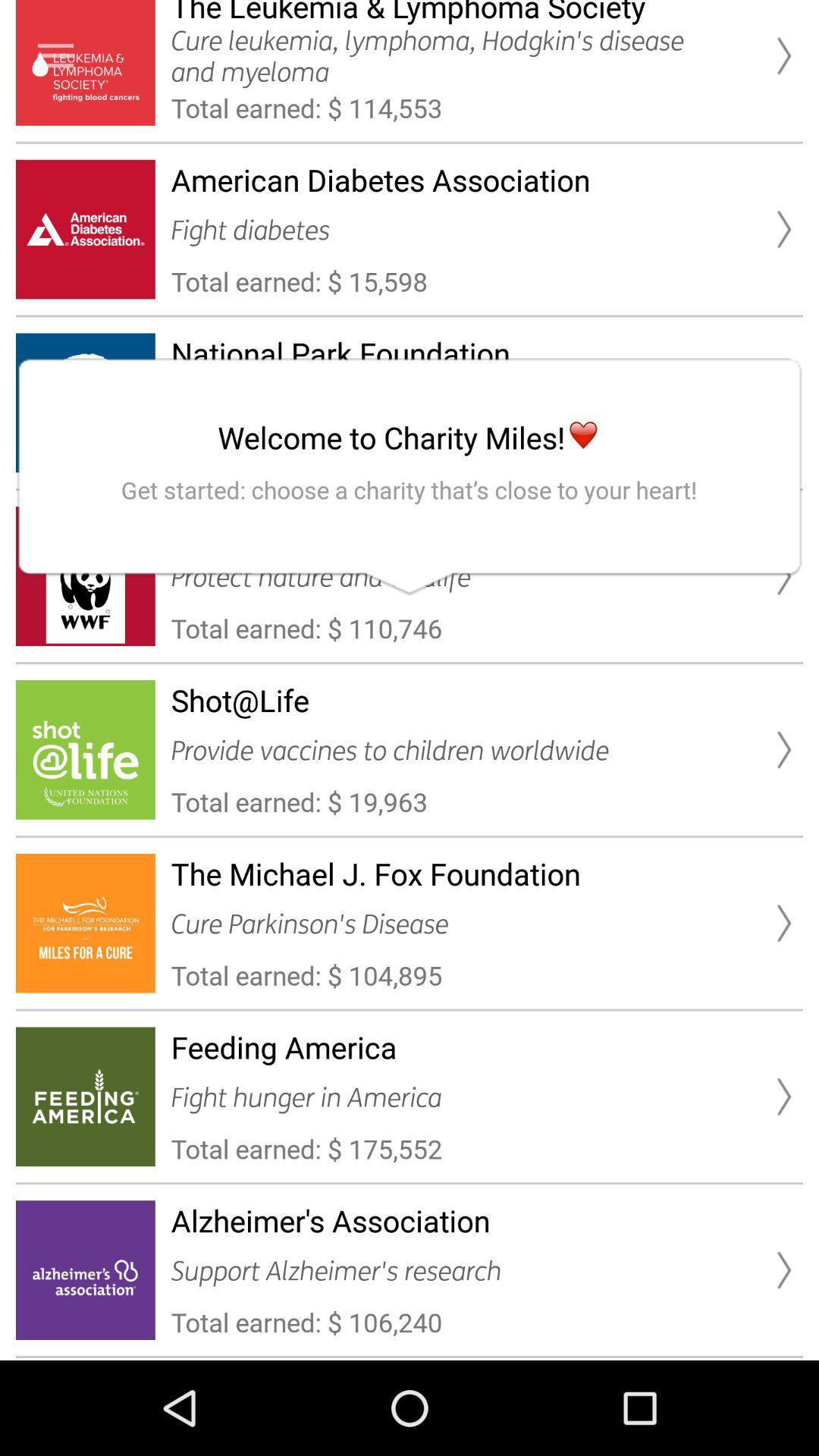 The width and height of the screenshot is (819, 1456). What do you see at coordinates (55, 55) in the screenshot?
I see `the menu icon` at bounding box center [55, 55].